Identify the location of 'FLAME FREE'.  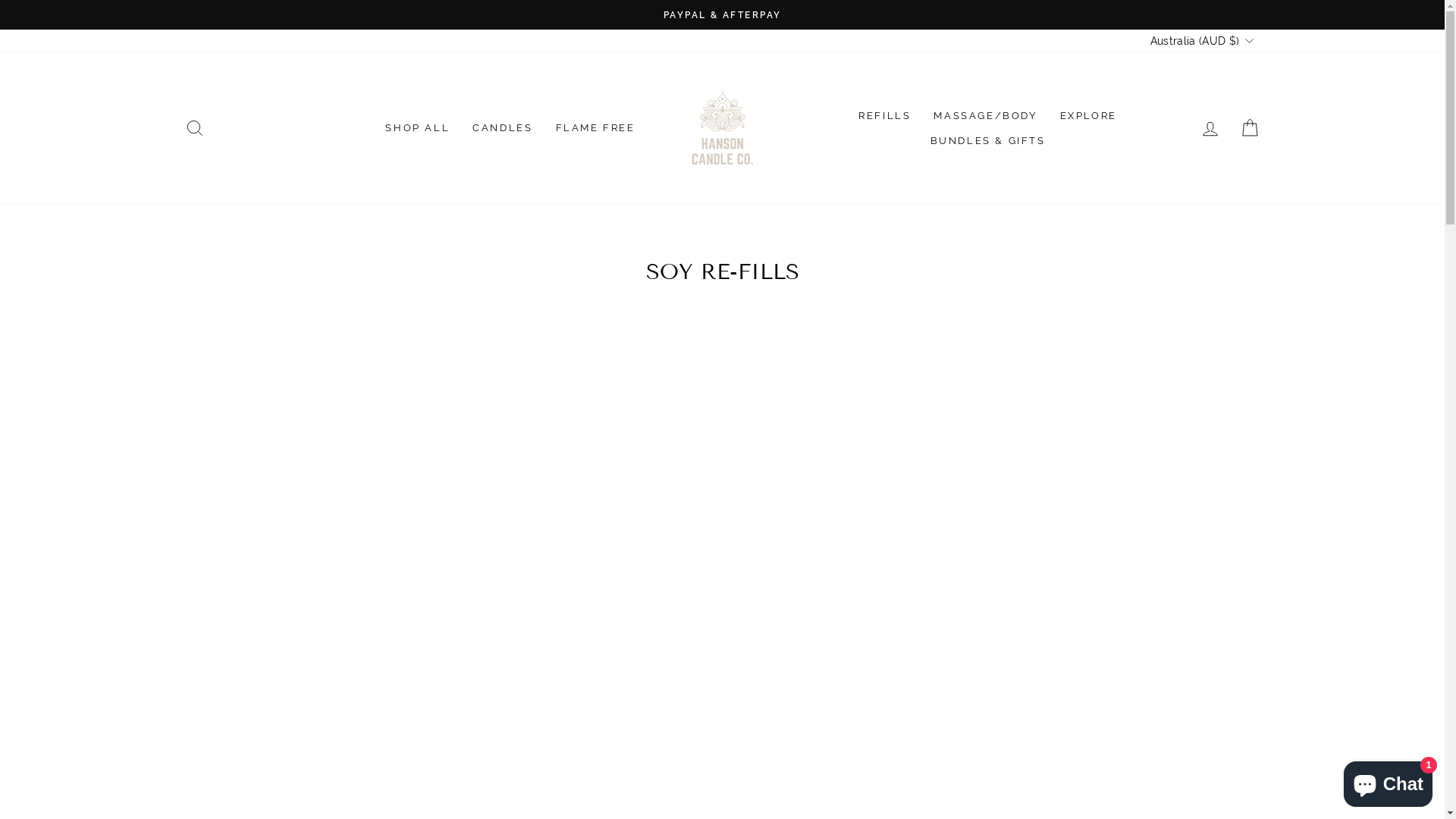
(595, 127).